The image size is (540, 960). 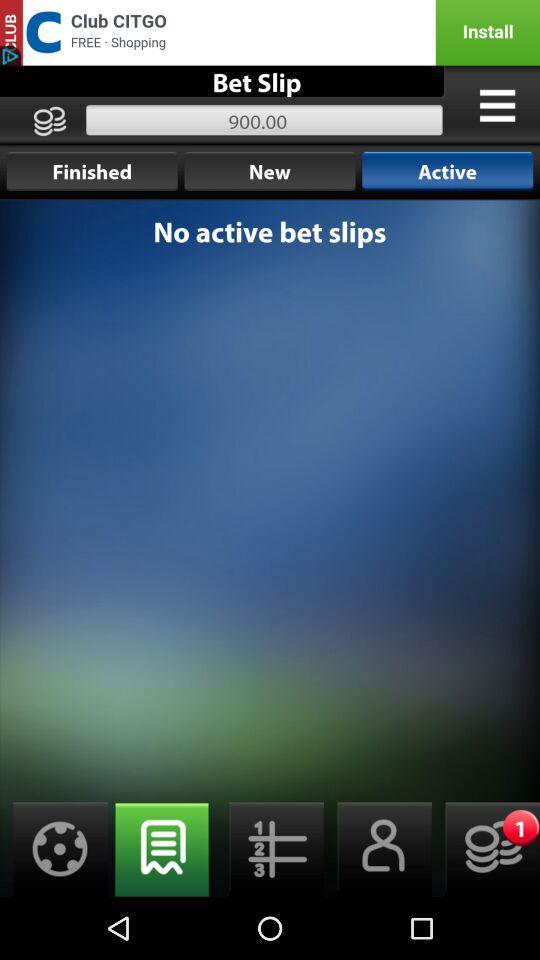 I want to click on open contacts, so click(x=378, y=848).